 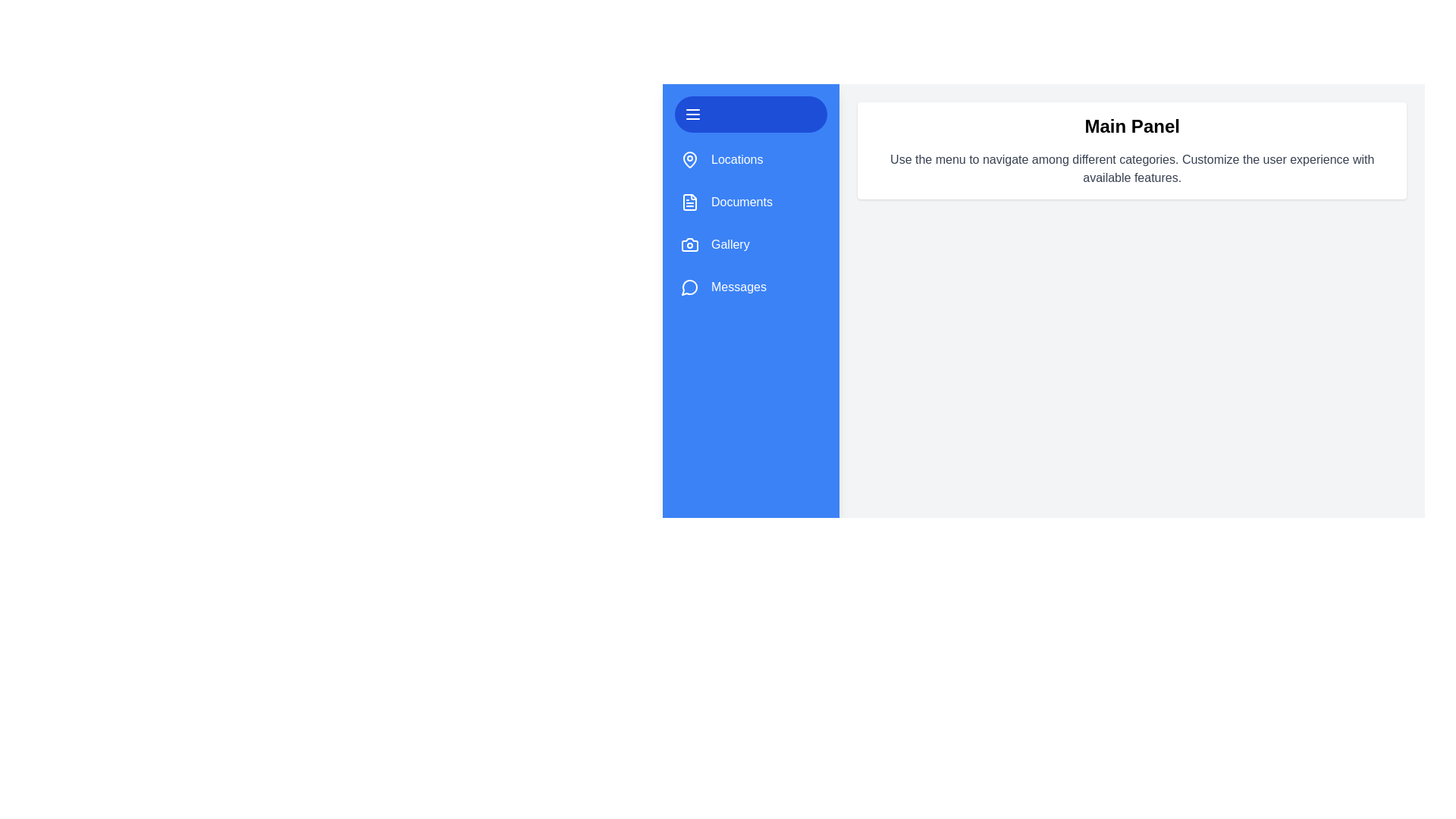 I want to click on the category item Documents to visually interact with it, so click(x=712, y=201).